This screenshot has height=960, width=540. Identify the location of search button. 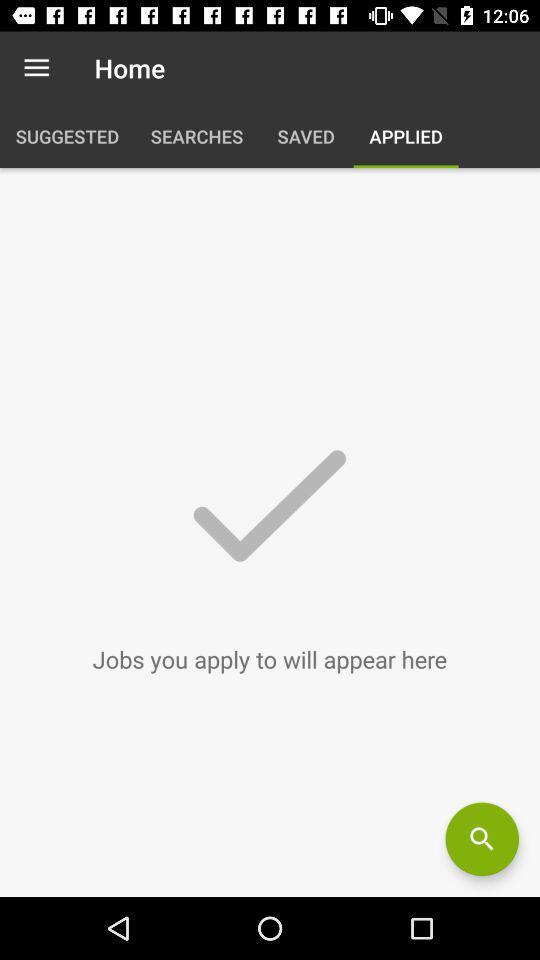
(481, 839).